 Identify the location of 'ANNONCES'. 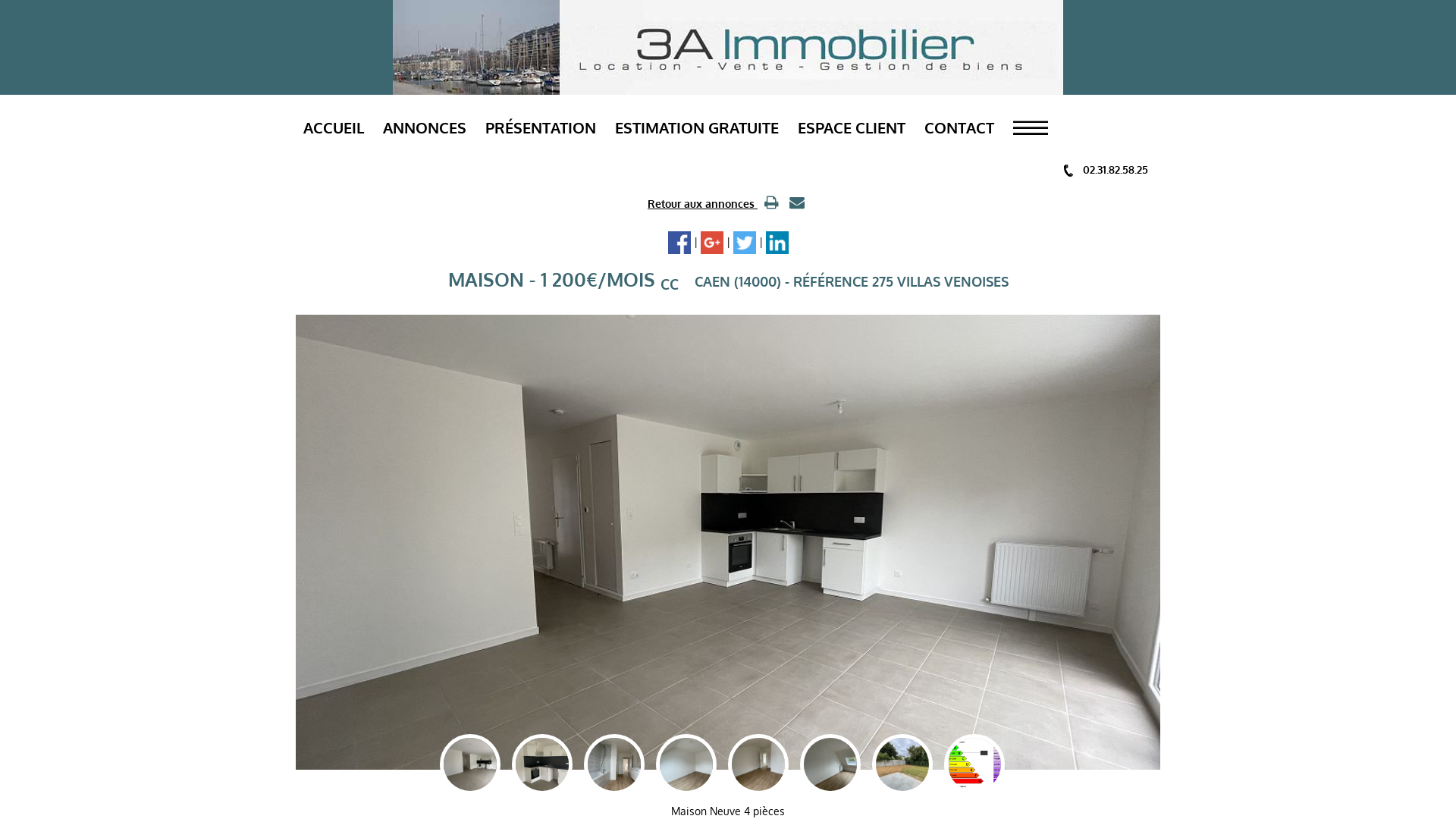
(425, 127).